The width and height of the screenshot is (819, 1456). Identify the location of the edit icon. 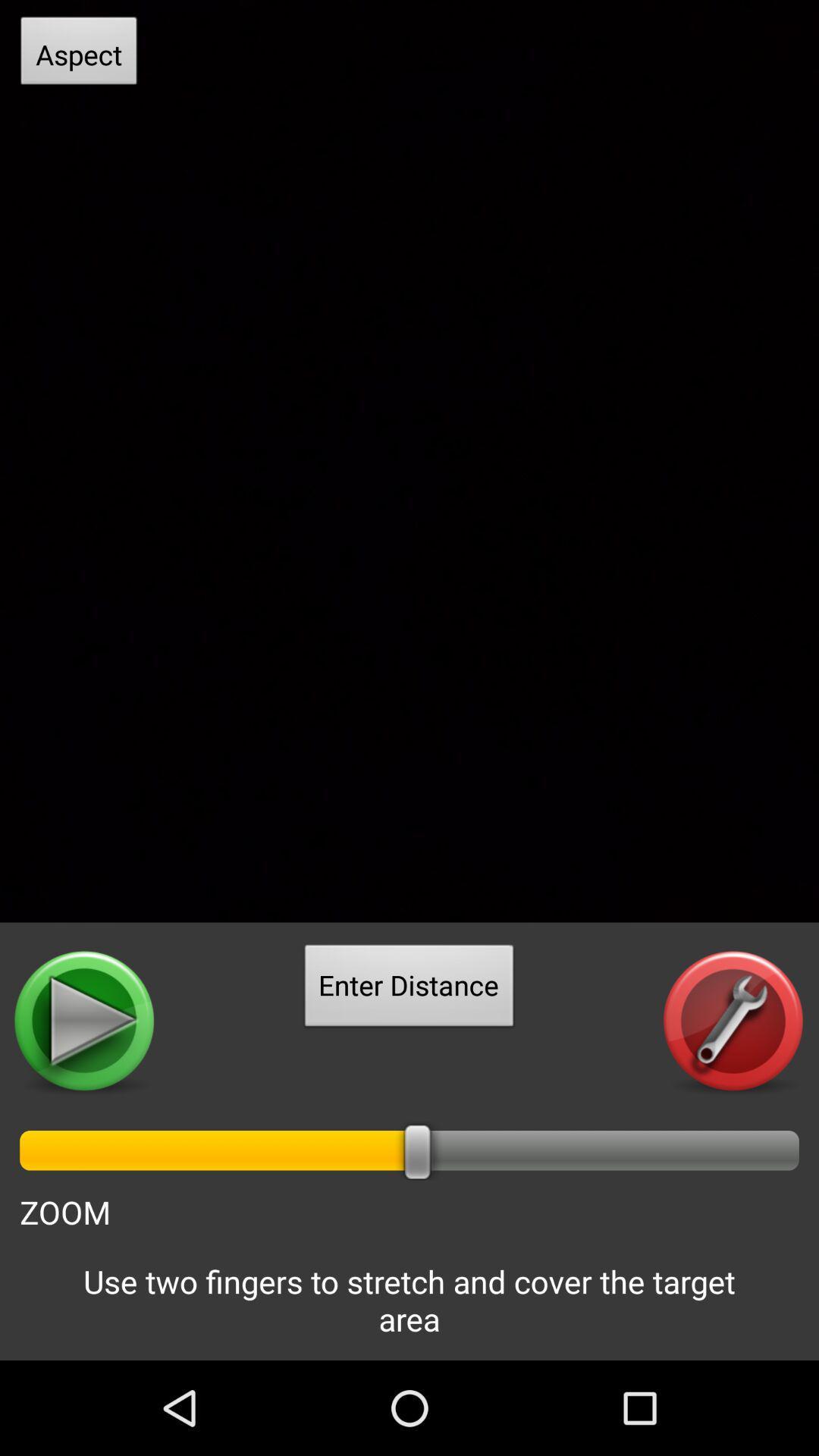
(733, 1094).